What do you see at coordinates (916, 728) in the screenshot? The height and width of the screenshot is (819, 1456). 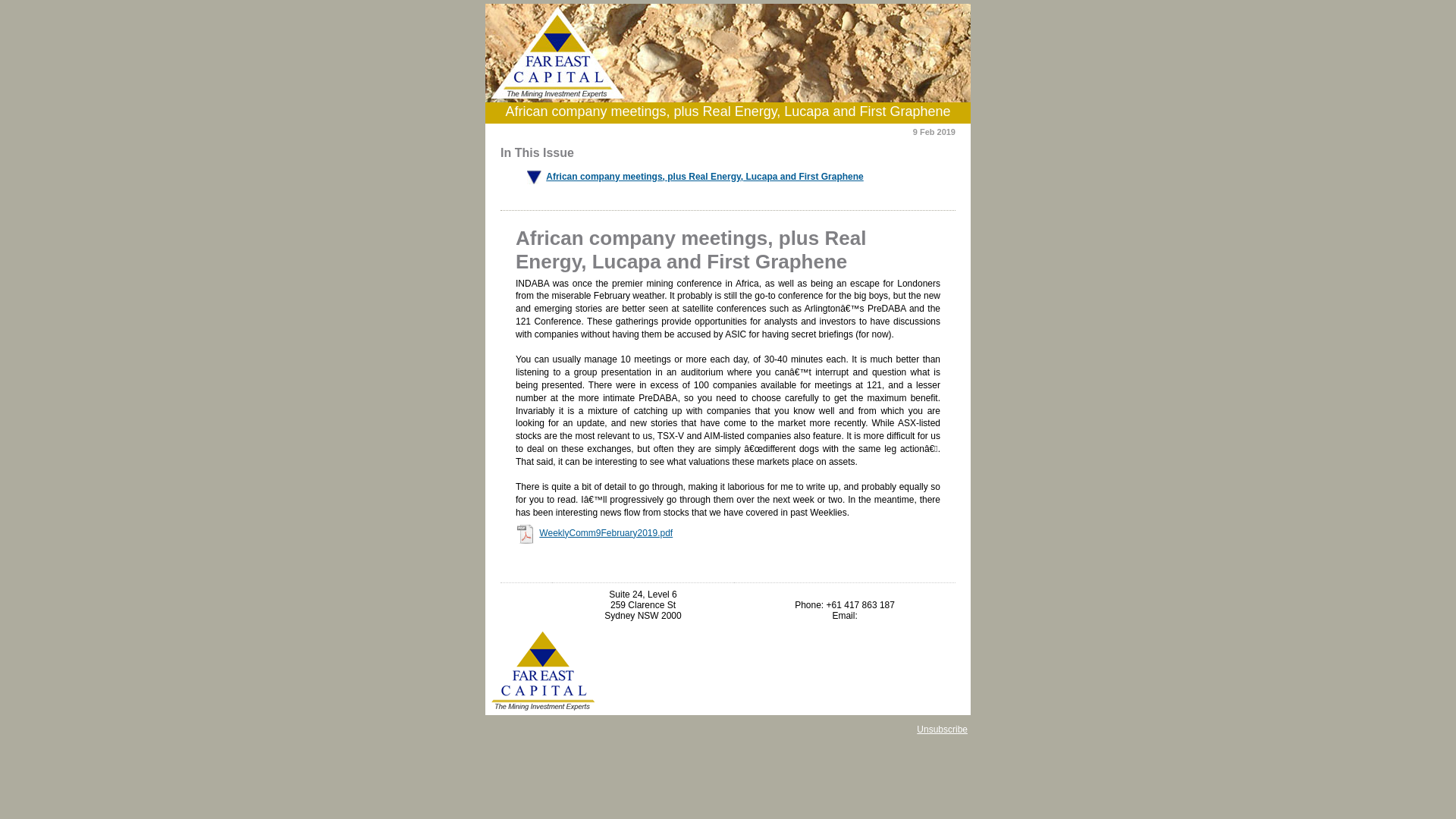 I see `'Unsubscribe'` at bounding box center [916, 728].